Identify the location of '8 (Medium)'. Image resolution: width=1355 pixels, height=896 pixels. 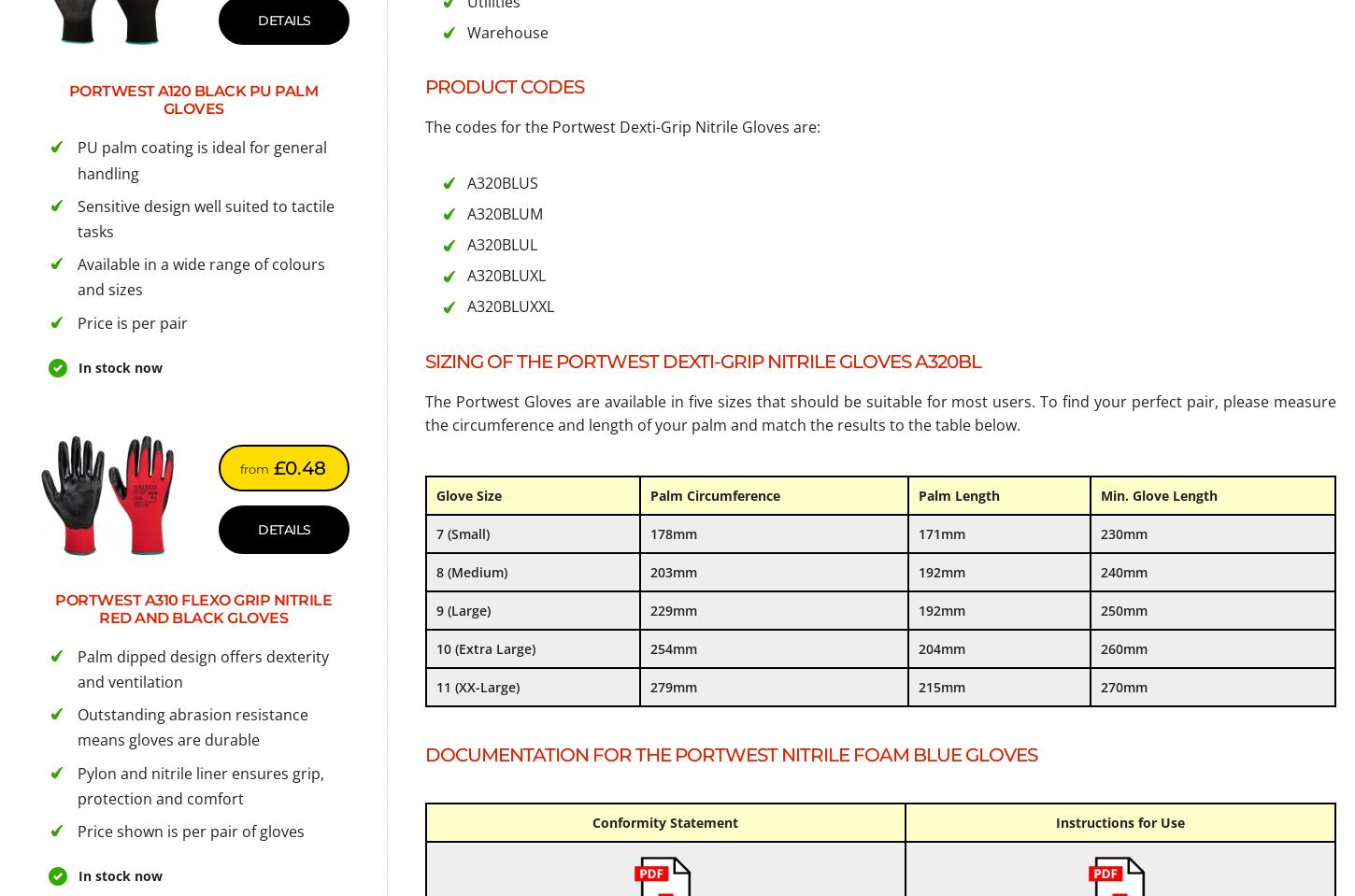
(472, 570).